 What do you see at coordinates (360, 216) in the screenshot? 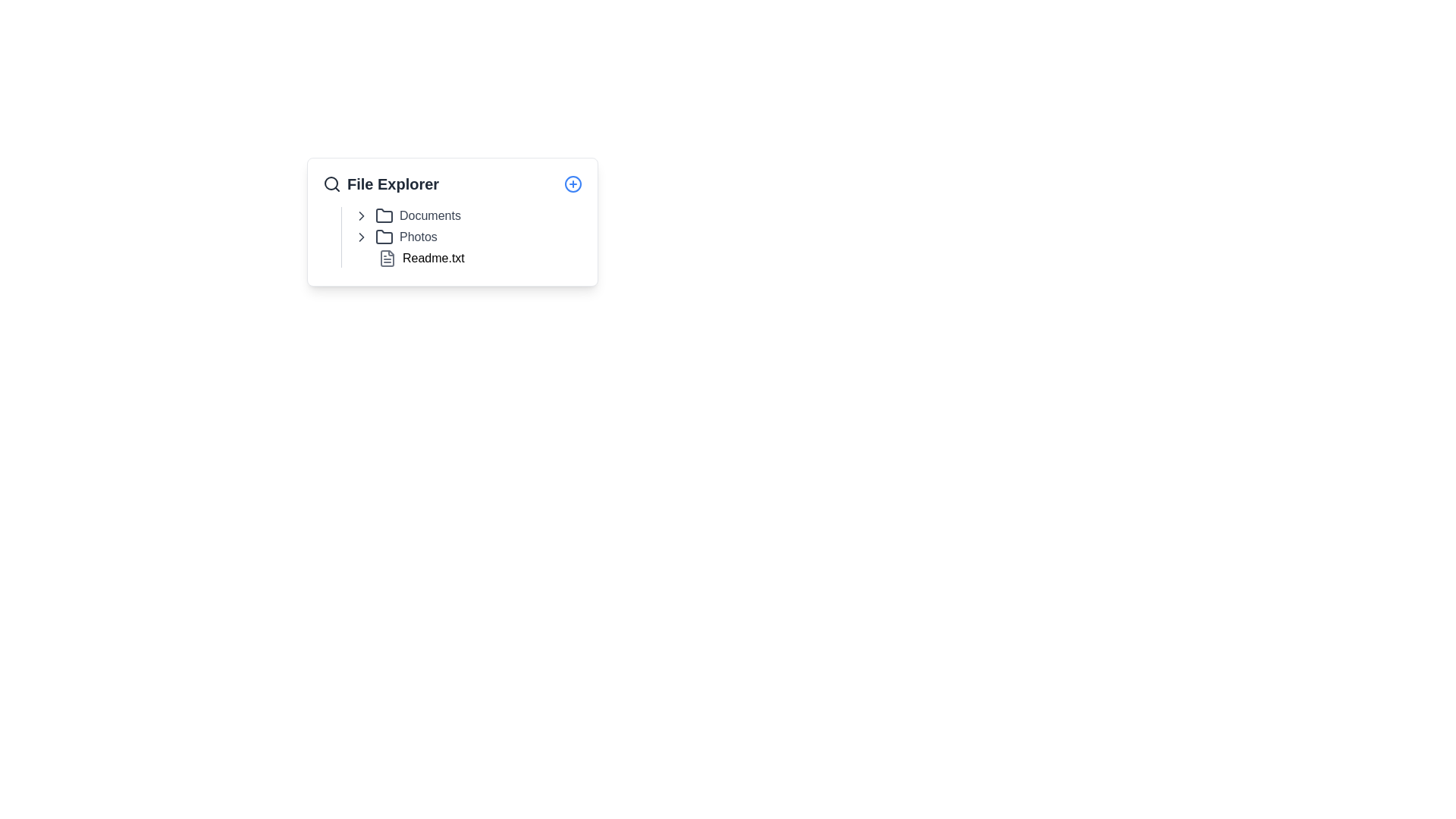
I see `the chevron icon` at bounding box center [360, 216].